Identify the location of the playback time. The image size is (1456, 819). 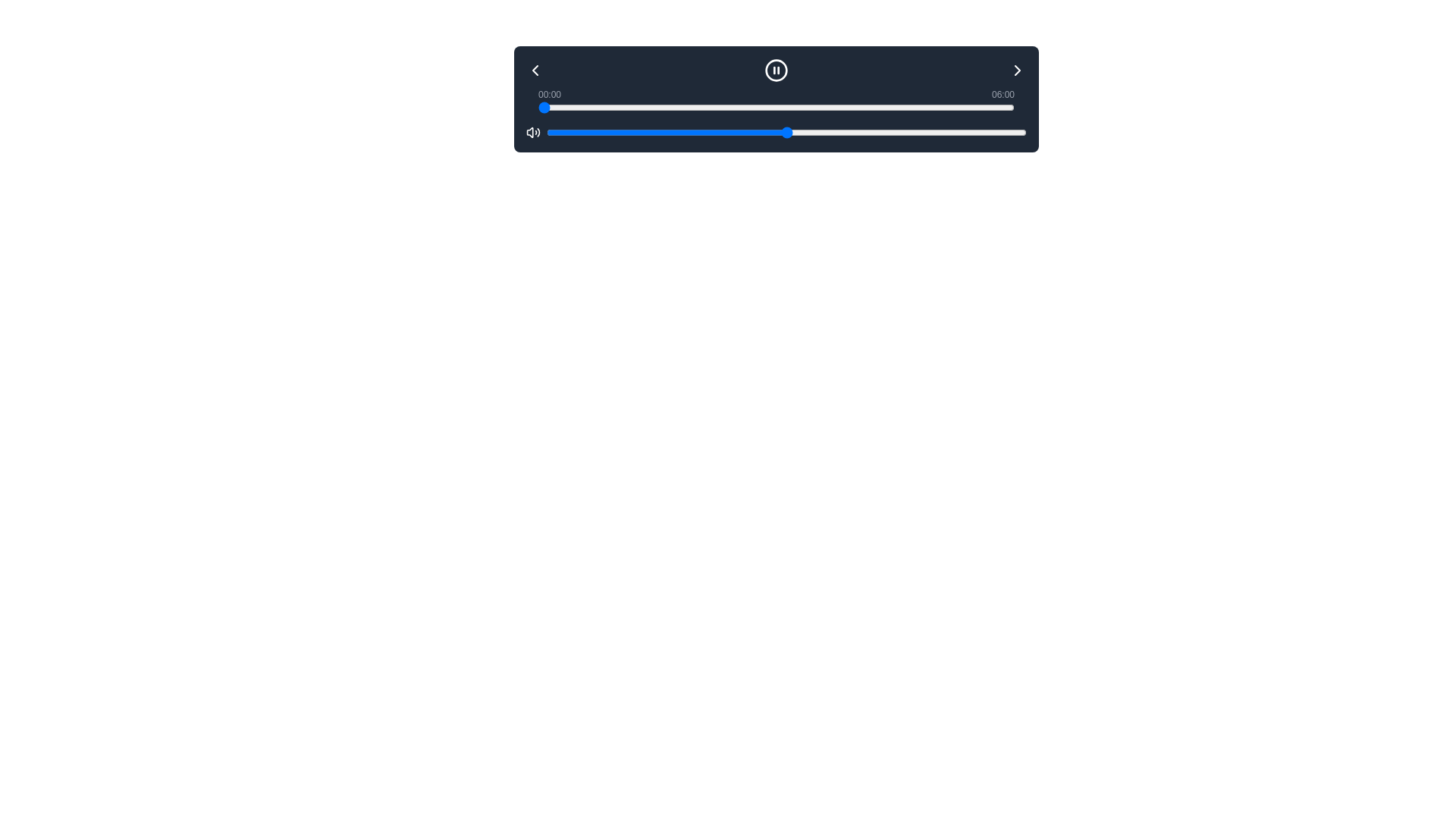
(949, 107).